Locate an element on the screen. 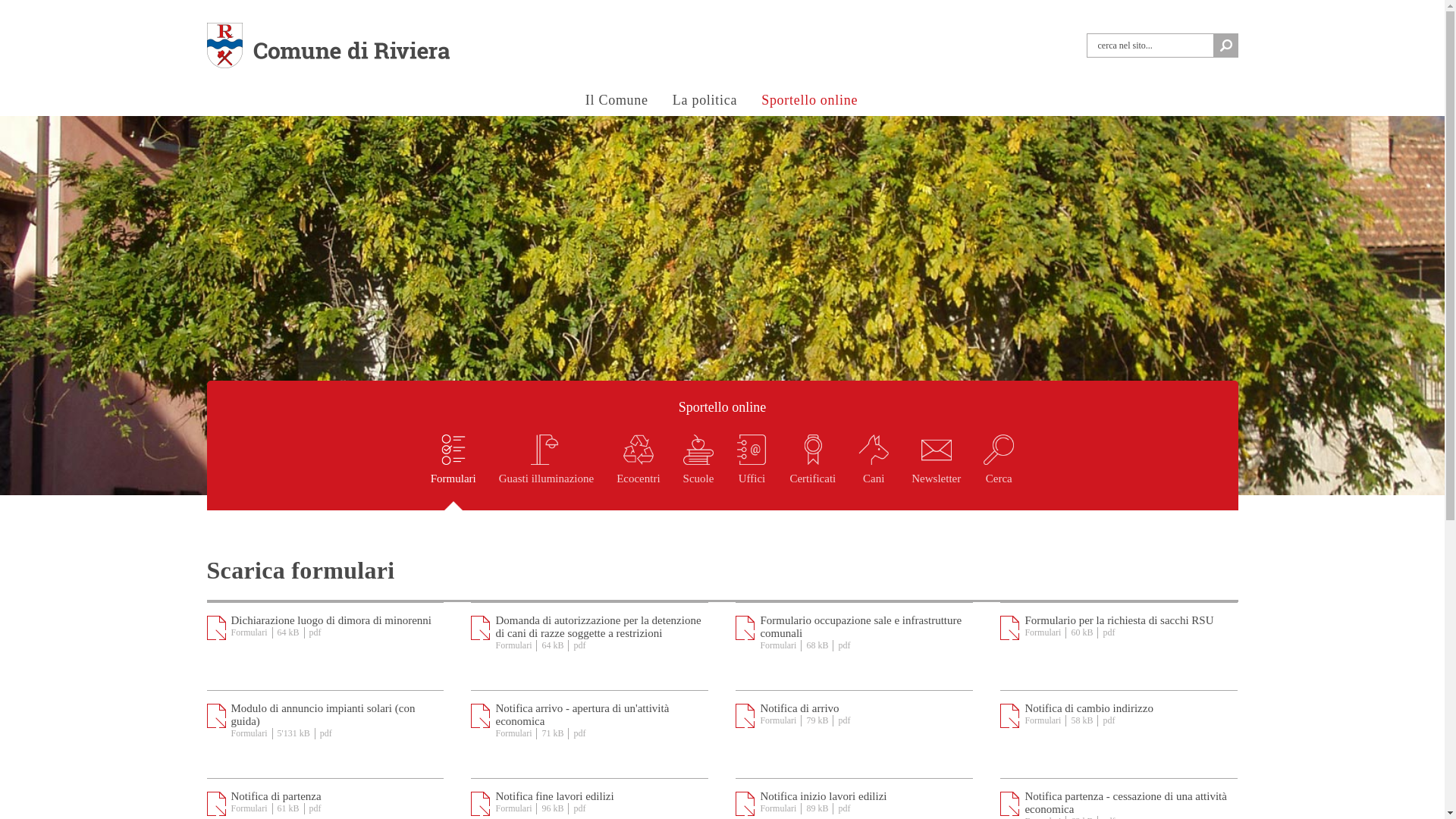 Image resolution: width=1456 pixels, height=819 pixels. 'Sportello online' is located at coordinates (720, 406).